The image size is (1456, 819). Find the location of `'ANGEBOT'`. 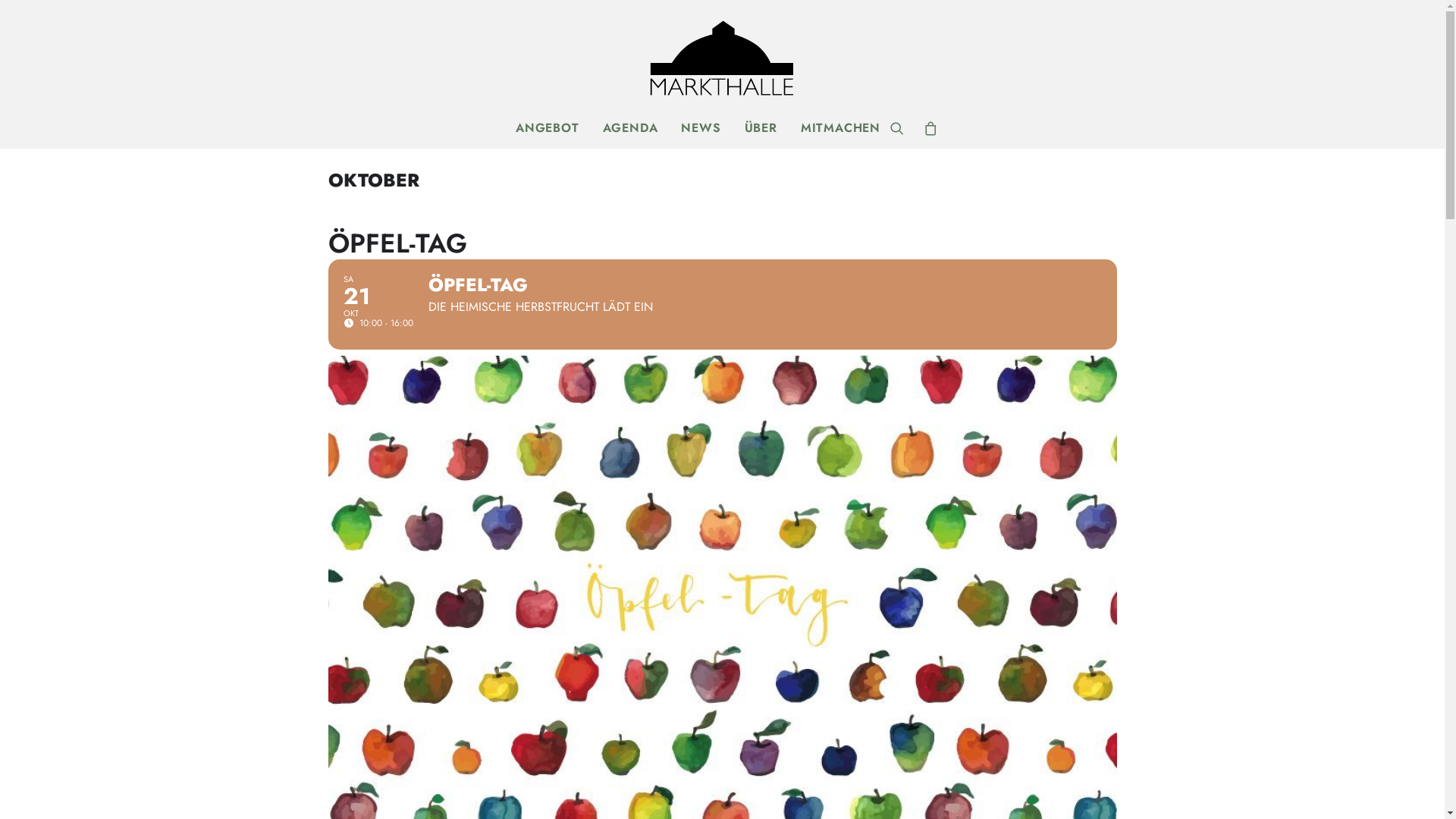

'ANGEBOT' is located at coordinates (506, 127).